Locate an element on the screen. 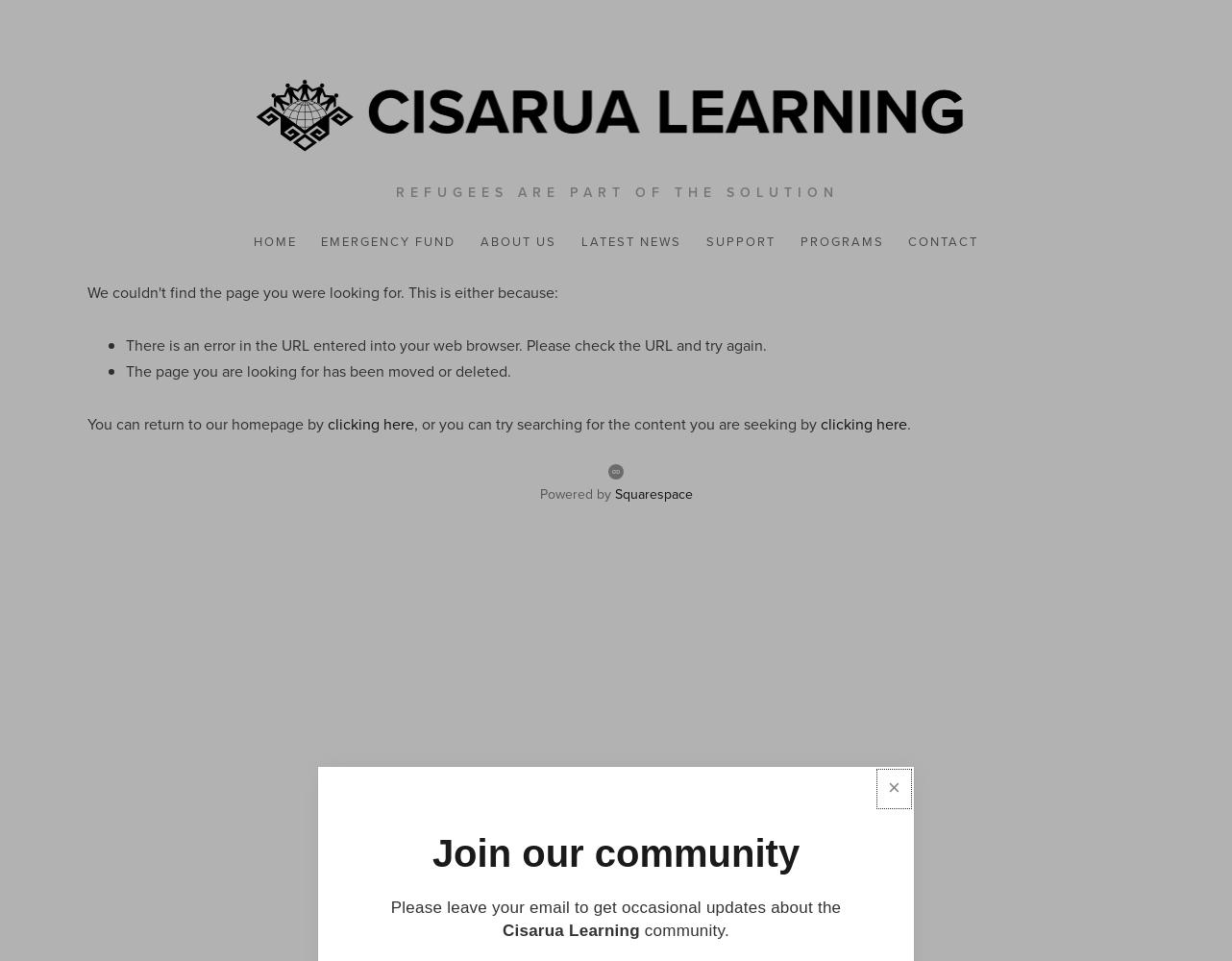 The width and height of the screenshot is (1232, 961). 'Contact' is located at coordinates (942, 241).